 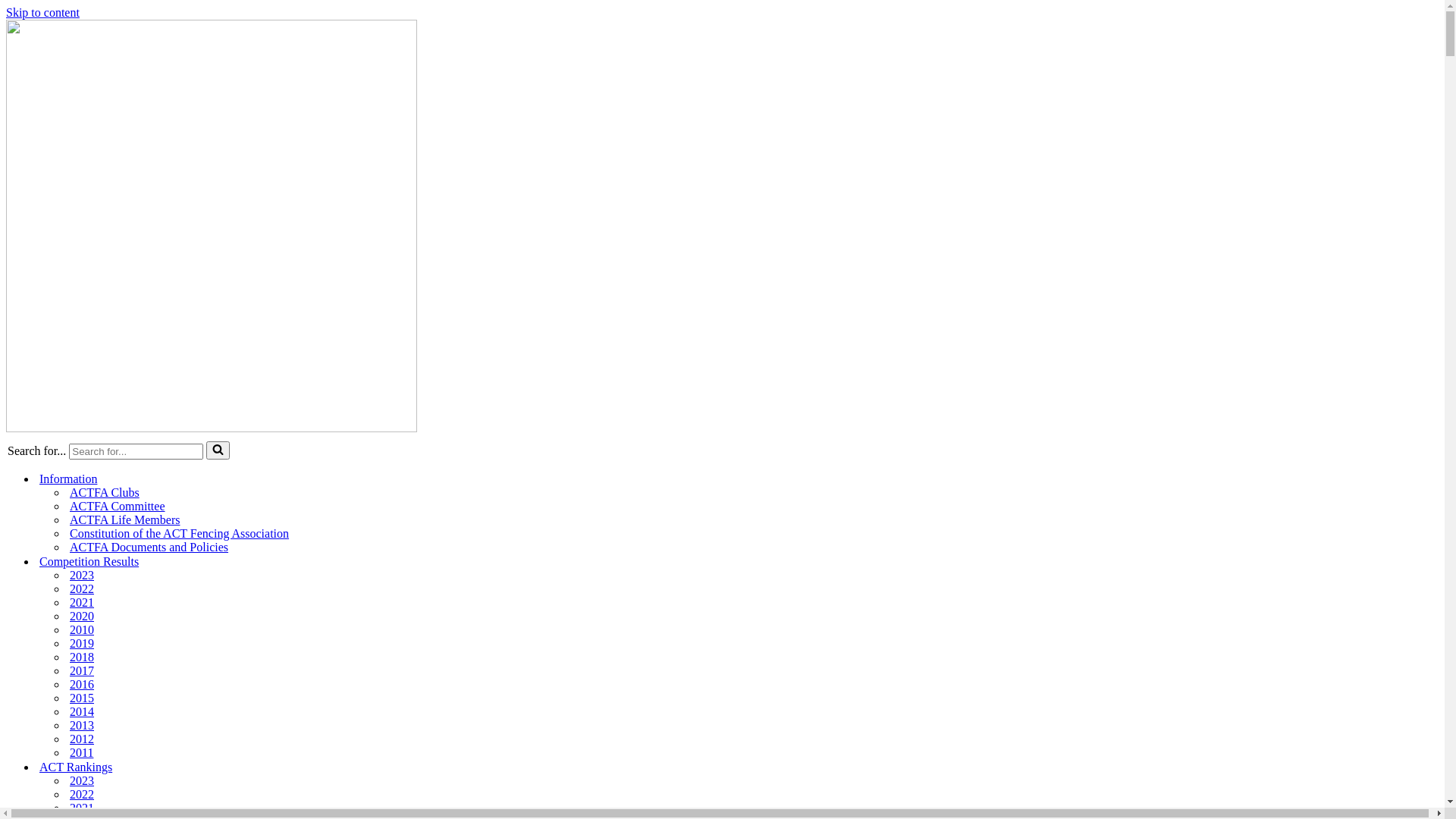 What do you see at coordinates (179, 533) in the screenshot?
I see `'Constitution of the ACT Fencing Association'` at bounding box center [179, 533].